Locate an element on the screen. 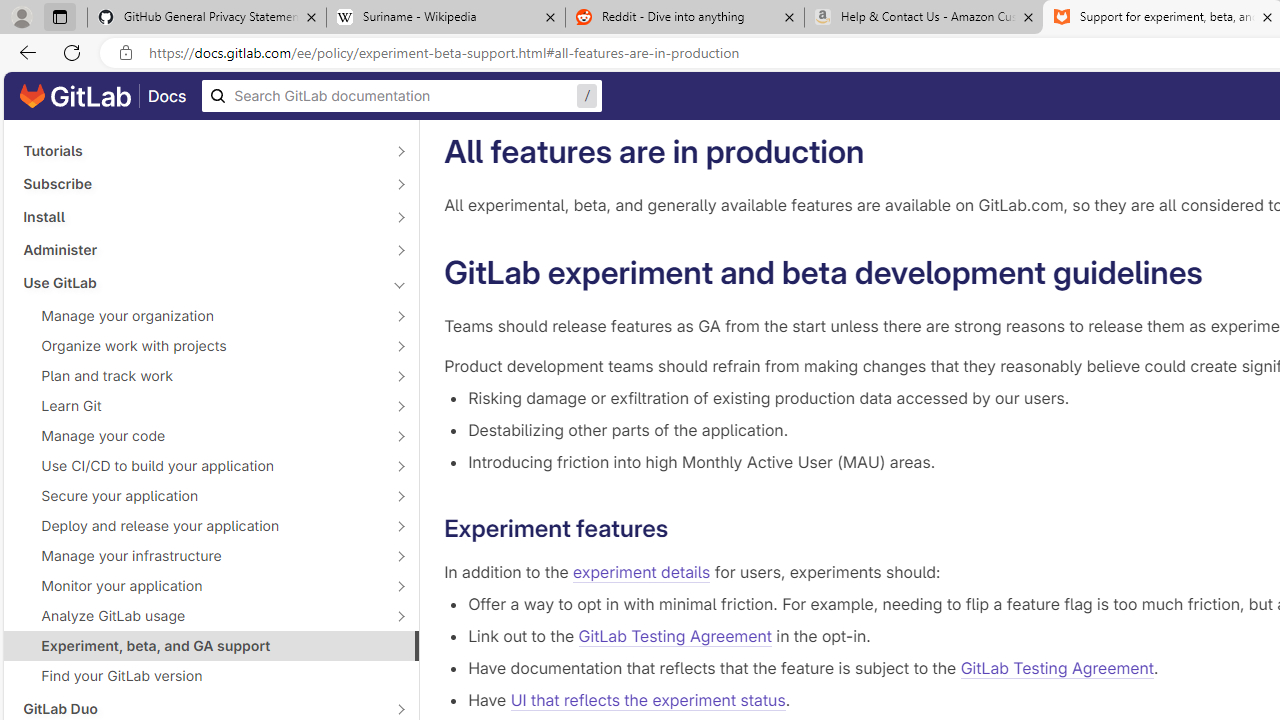 The height and width of the screenshot is (720, 1280). 'GitLab documentation home' is located at coordinates (75, 96).